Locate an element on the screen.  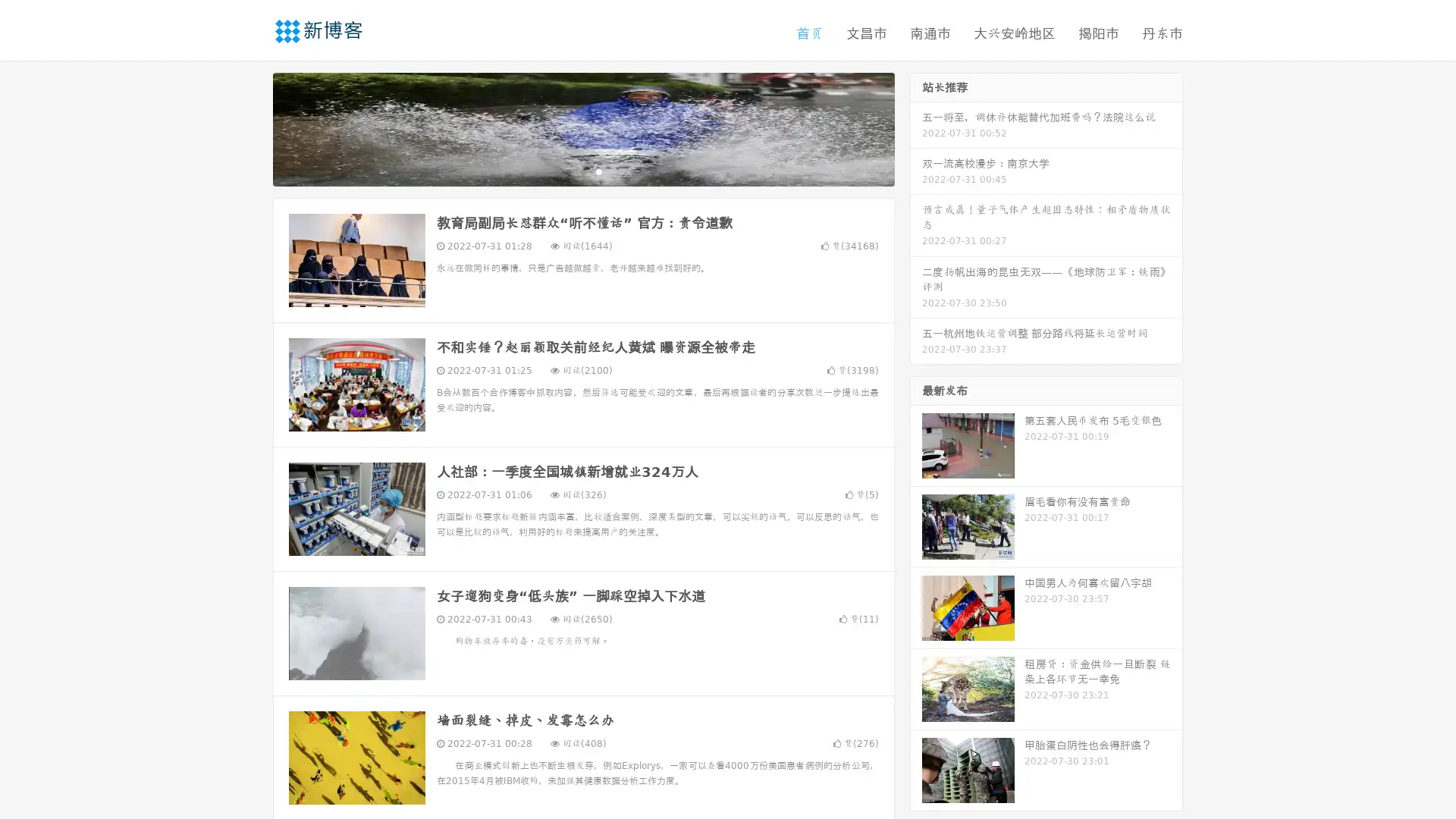
Go to slide 2 is located at coordinates (582, 171).